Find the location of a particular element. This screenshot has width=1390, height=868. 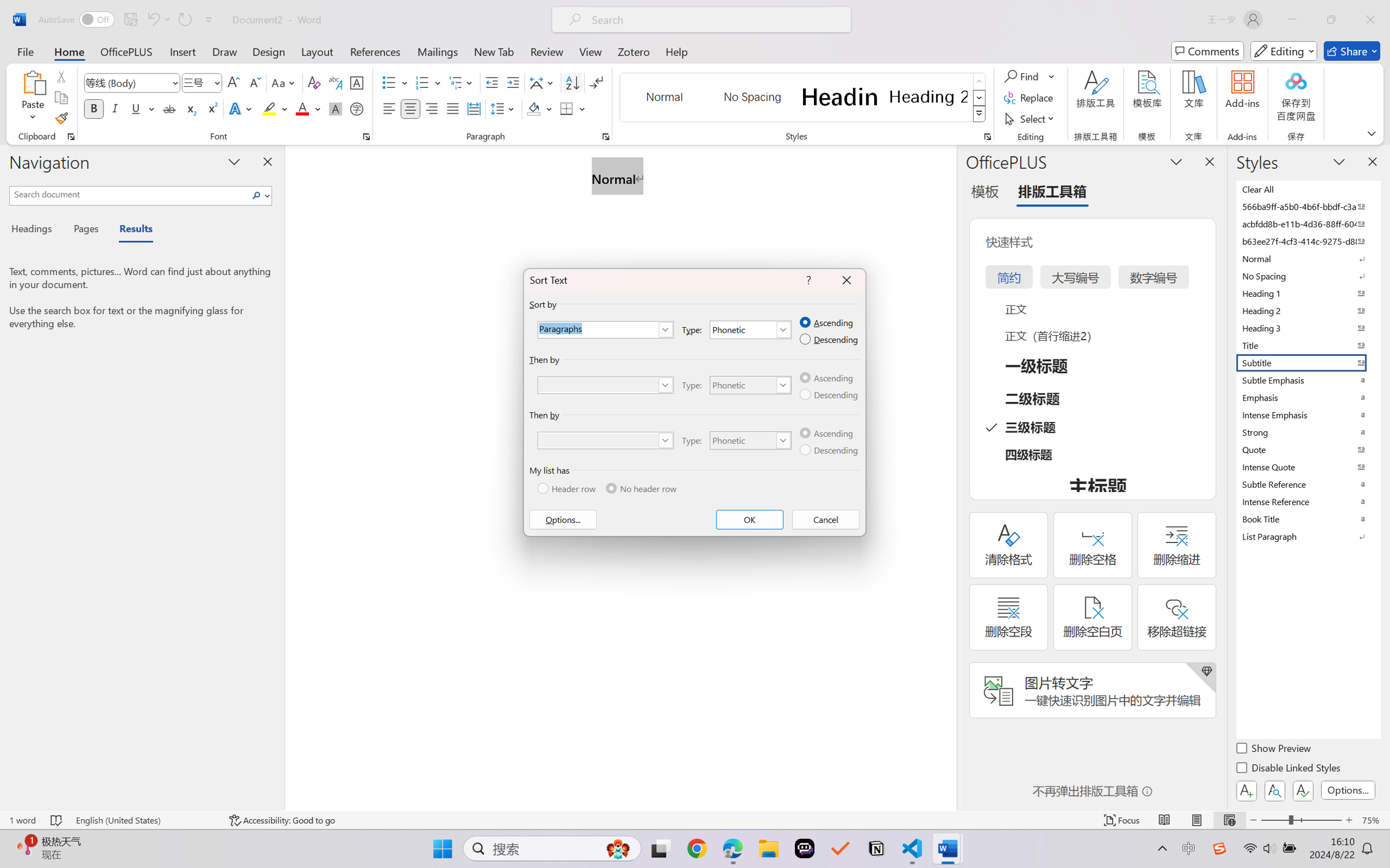

'Pages' is located at coordinates (84, 230).